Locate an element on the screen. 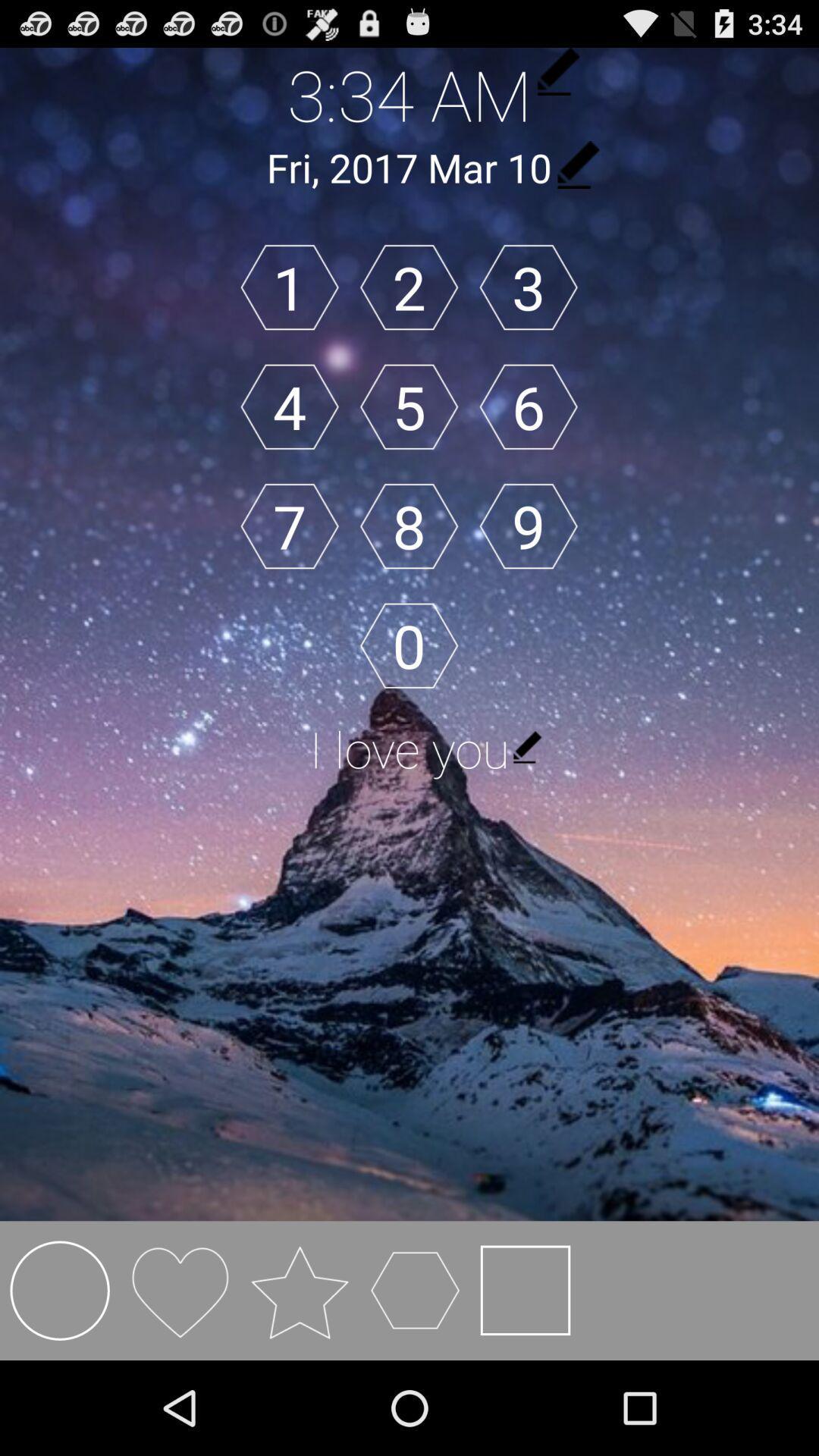  the edit icon is located at coordinates (576, 176).